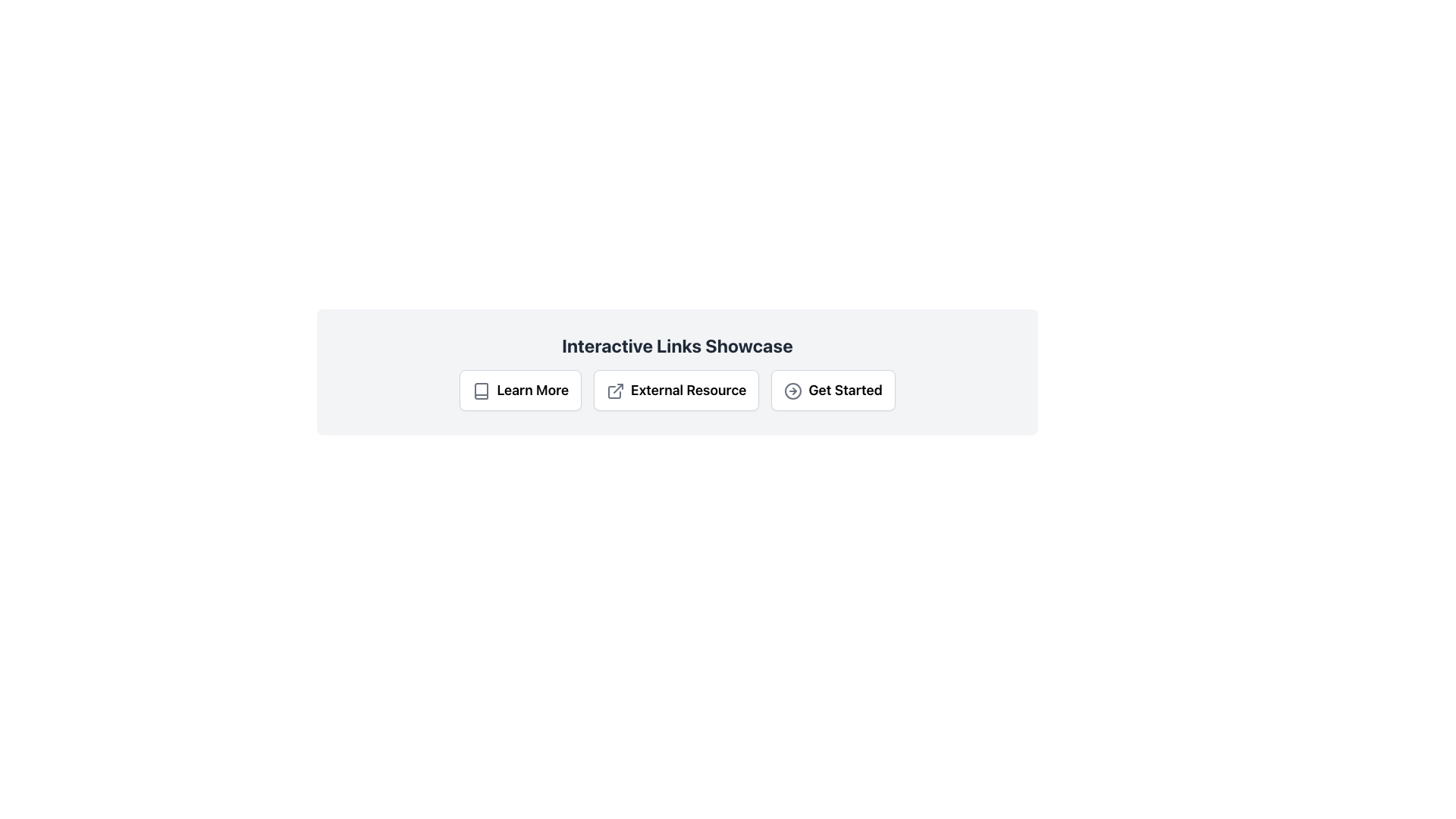 This screenshot has height=819, width=1456. Describe the element at coordinates (520, 390) in the screenshot. I see `the 'Learn More' button` at that location.